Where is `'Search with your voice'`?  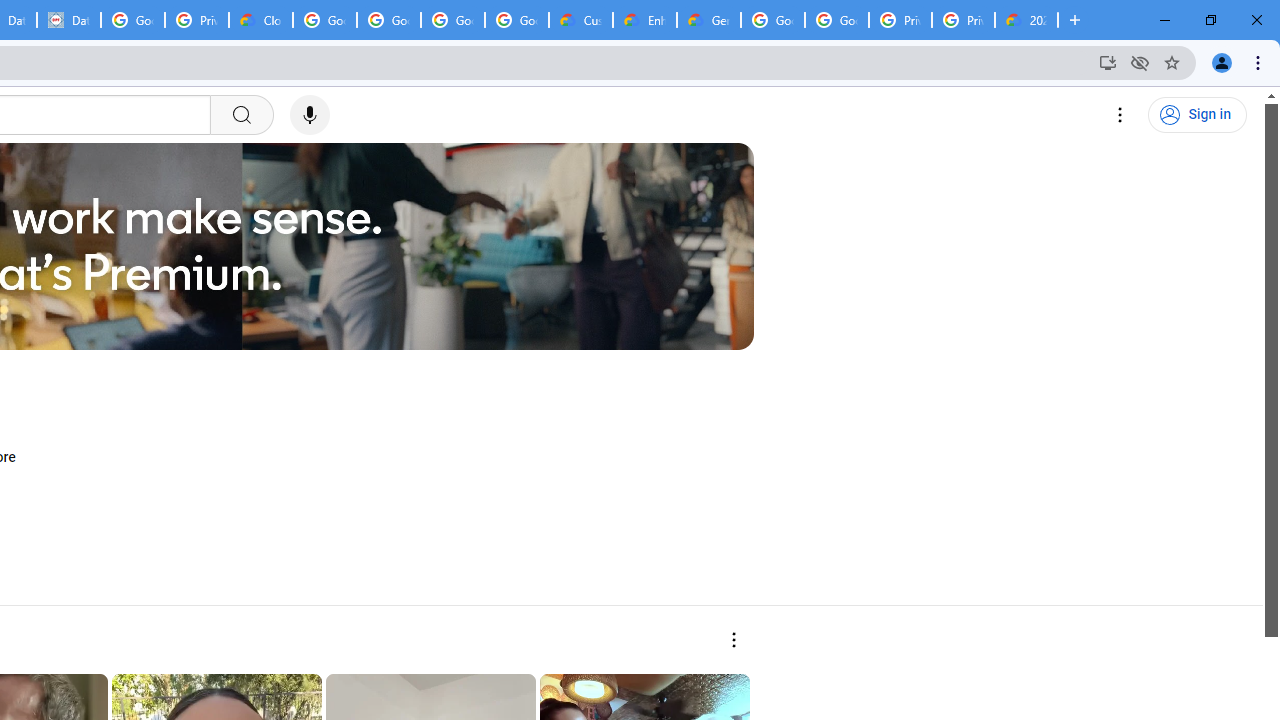 'Search with your voice' is located at coordinates (308, 115).